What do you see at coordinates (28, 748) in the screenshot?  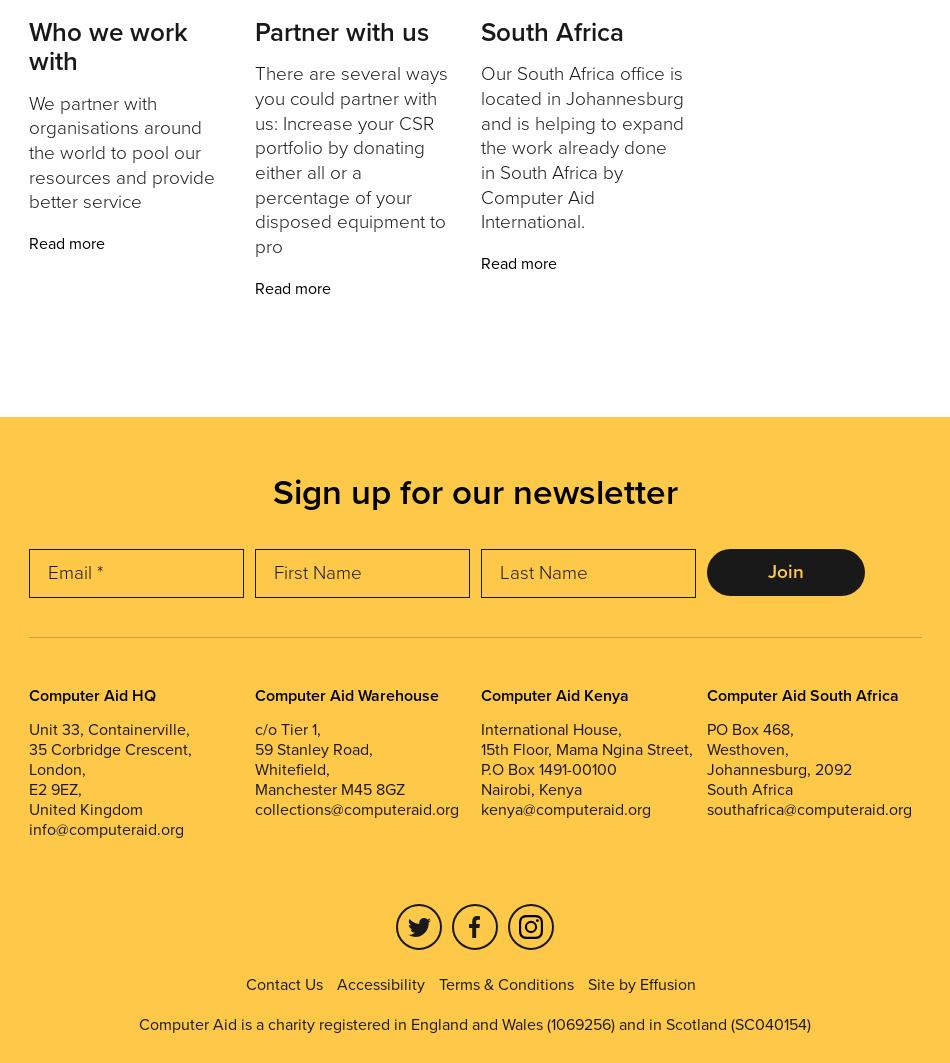 I see `'35 Corbridge Crescent,'` at bounding box center [28, 748].